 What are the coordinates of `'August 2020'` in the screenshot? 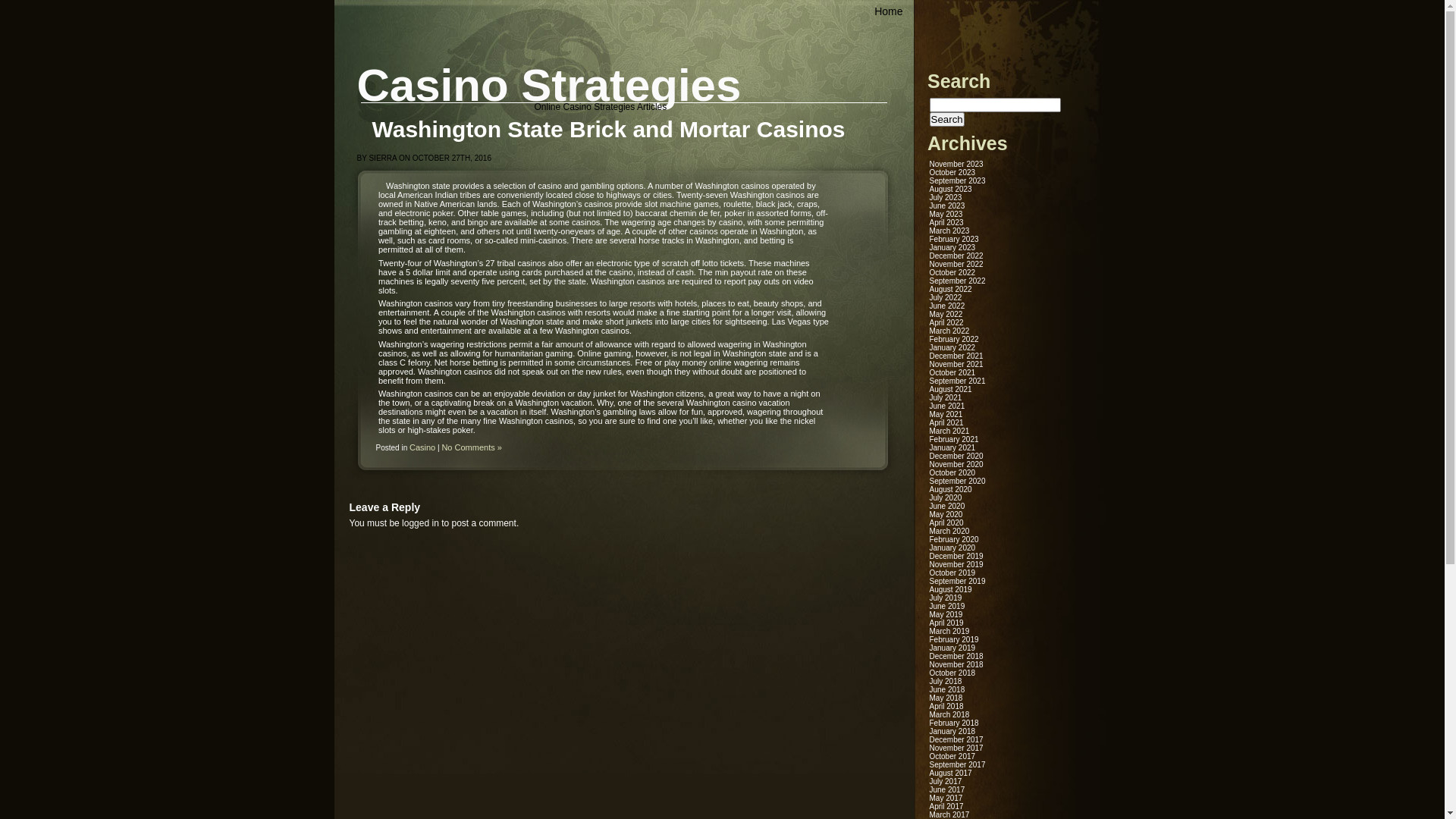 It's located at (949, 489).